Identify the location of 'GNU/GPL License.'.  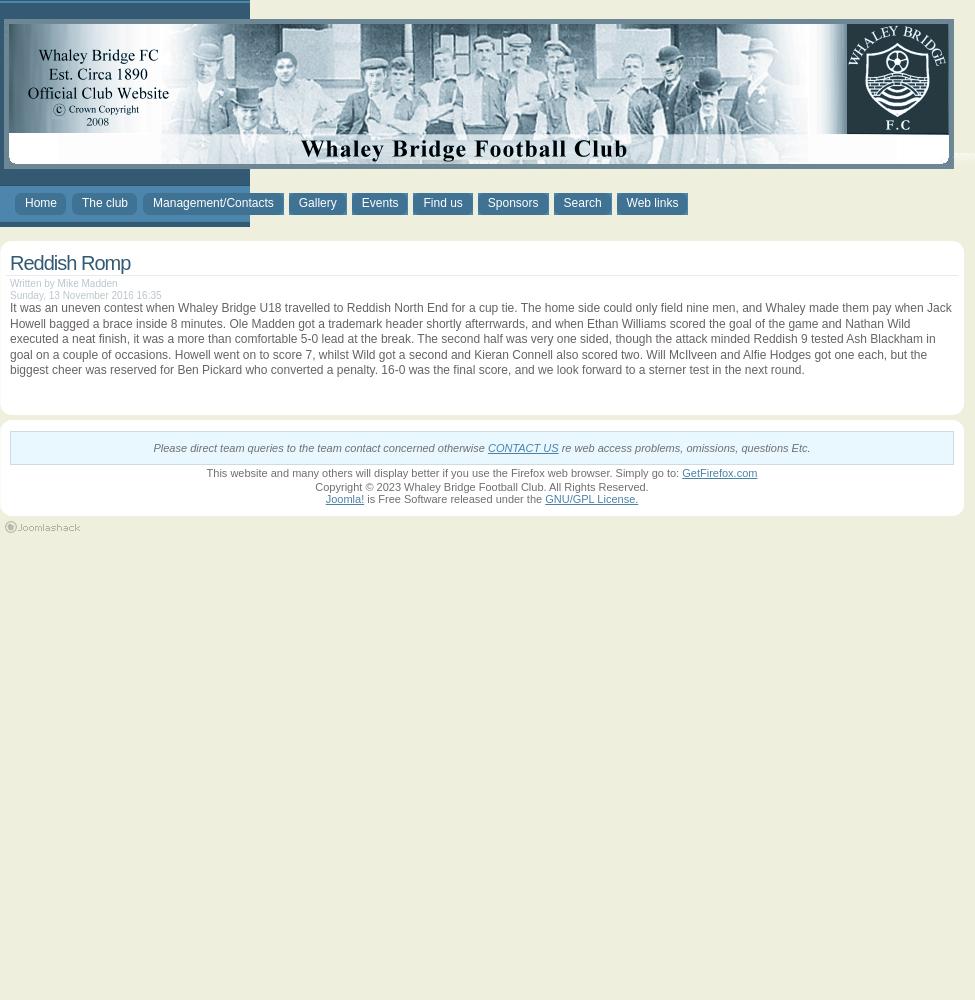
(591, 498).